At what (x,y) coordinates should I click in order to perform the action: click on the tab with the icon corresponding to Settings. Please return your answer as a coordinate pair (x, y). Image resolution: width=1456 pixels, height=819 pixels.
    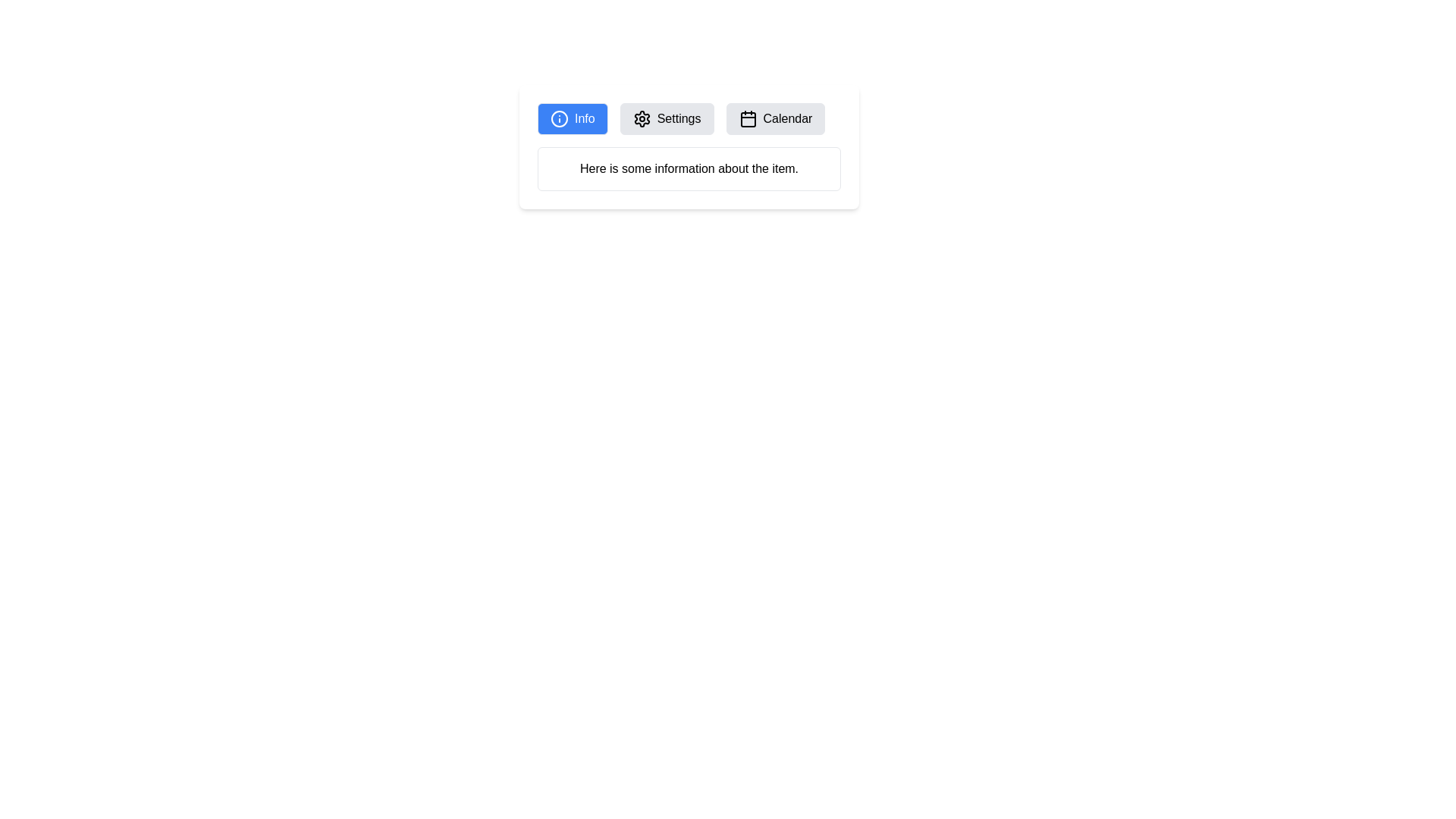
    Looking at the image, I should click on (666, 118).